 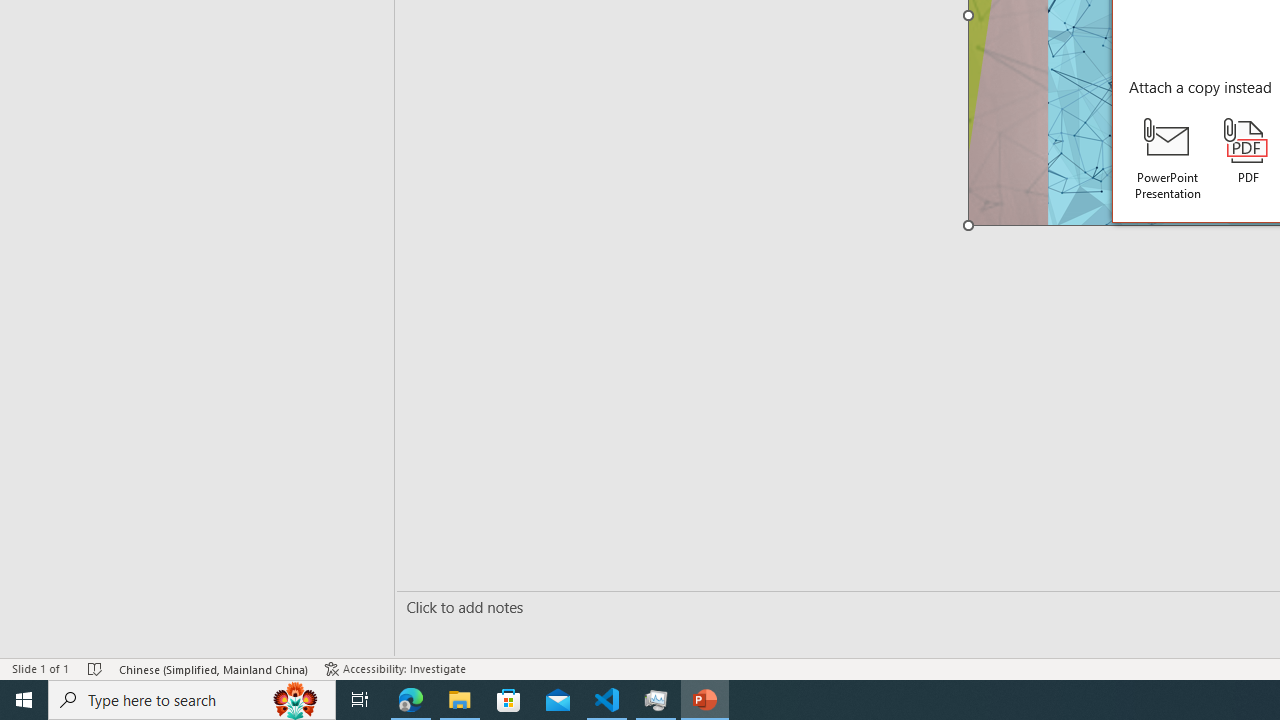 What do you see at coordinates (509, 698) in the screenshot?
I see `'Microsoft Store'` at bounding box center [509, 698].